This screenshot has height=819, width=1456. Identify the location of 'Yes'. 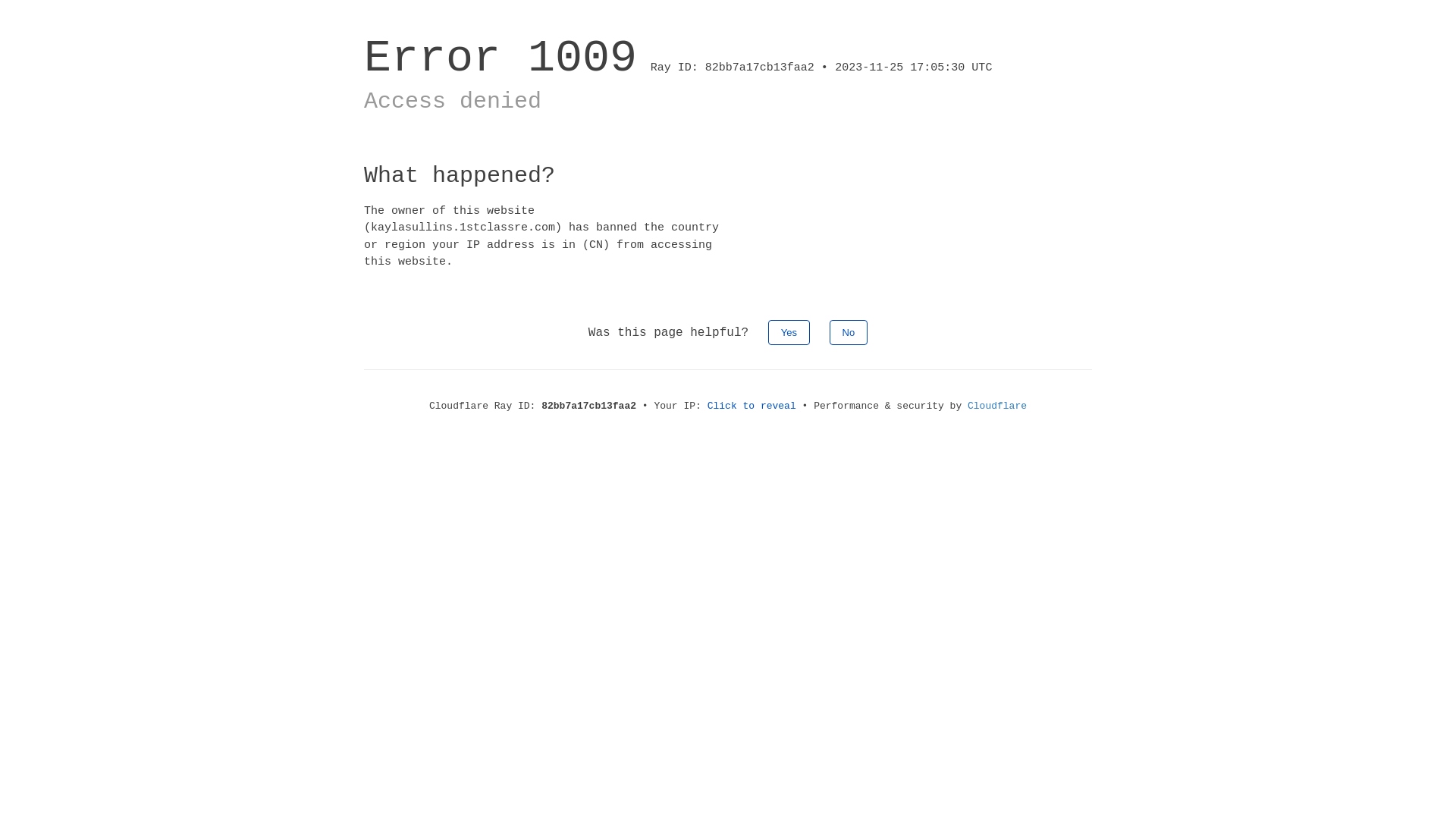
(789, 331).